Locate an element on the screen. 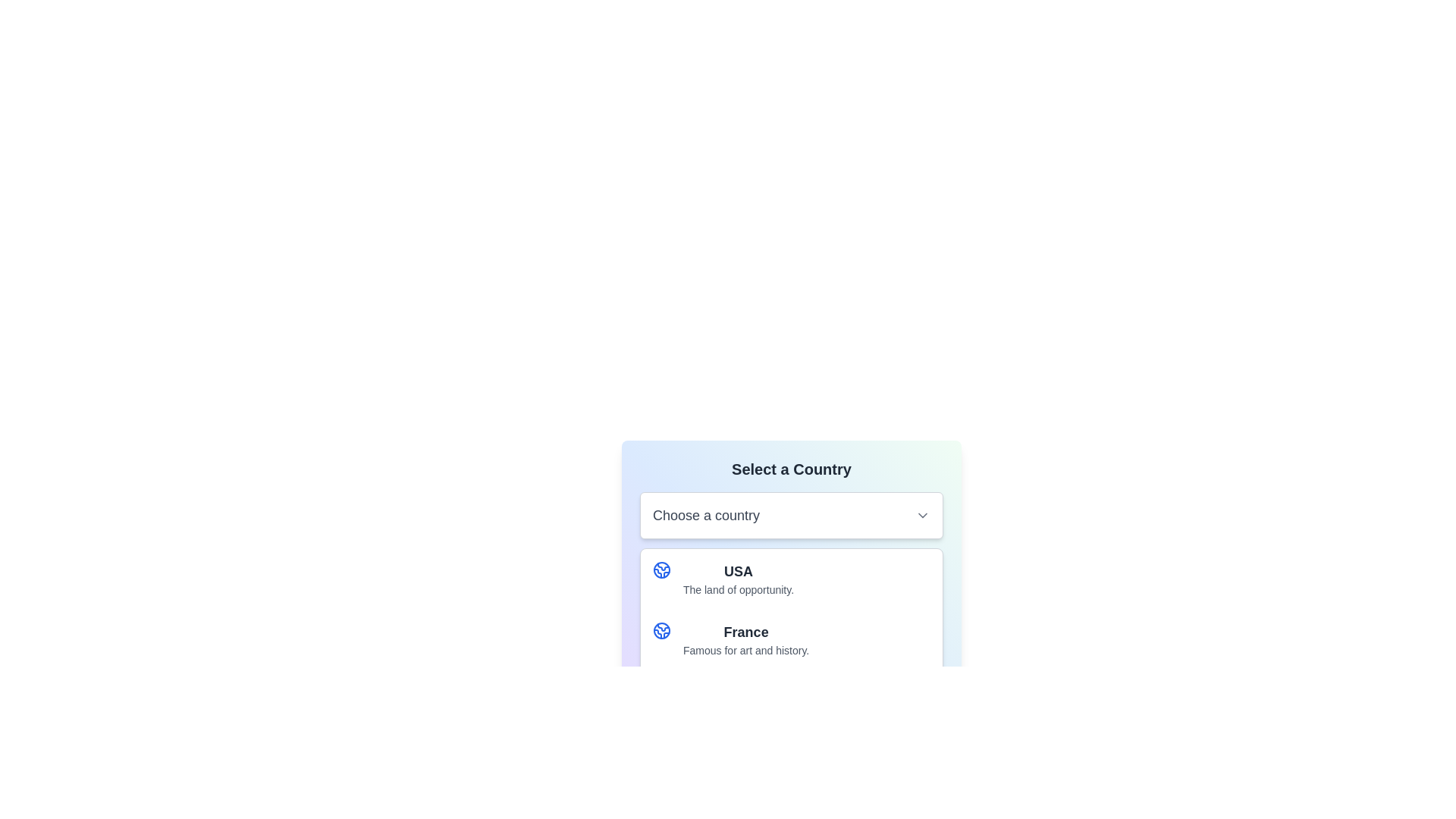  the first entry in the interactive list representing the United States is located at coordinates (790, 579).